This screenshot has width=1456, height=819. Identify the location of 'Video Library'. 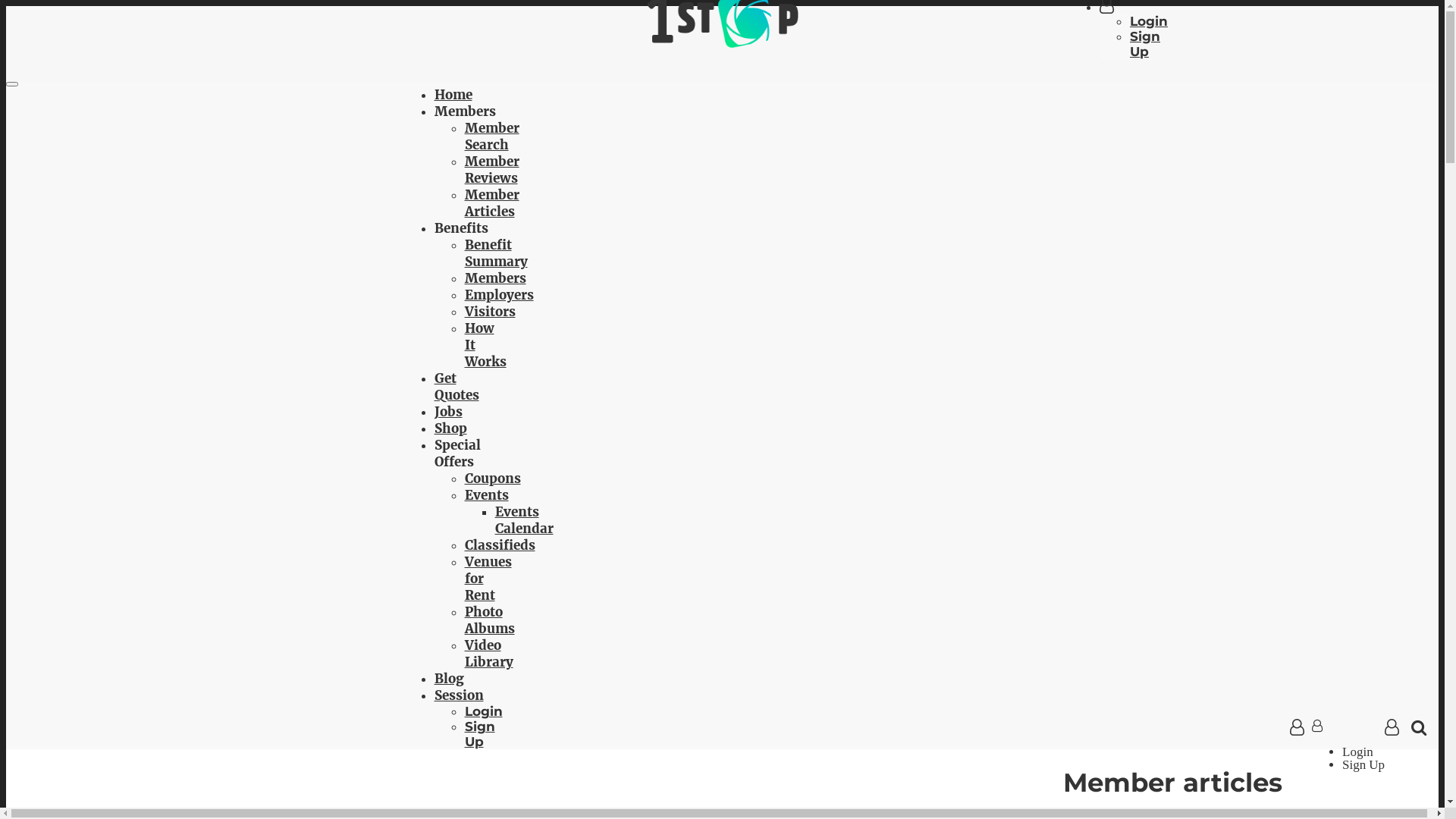
(488, 652).